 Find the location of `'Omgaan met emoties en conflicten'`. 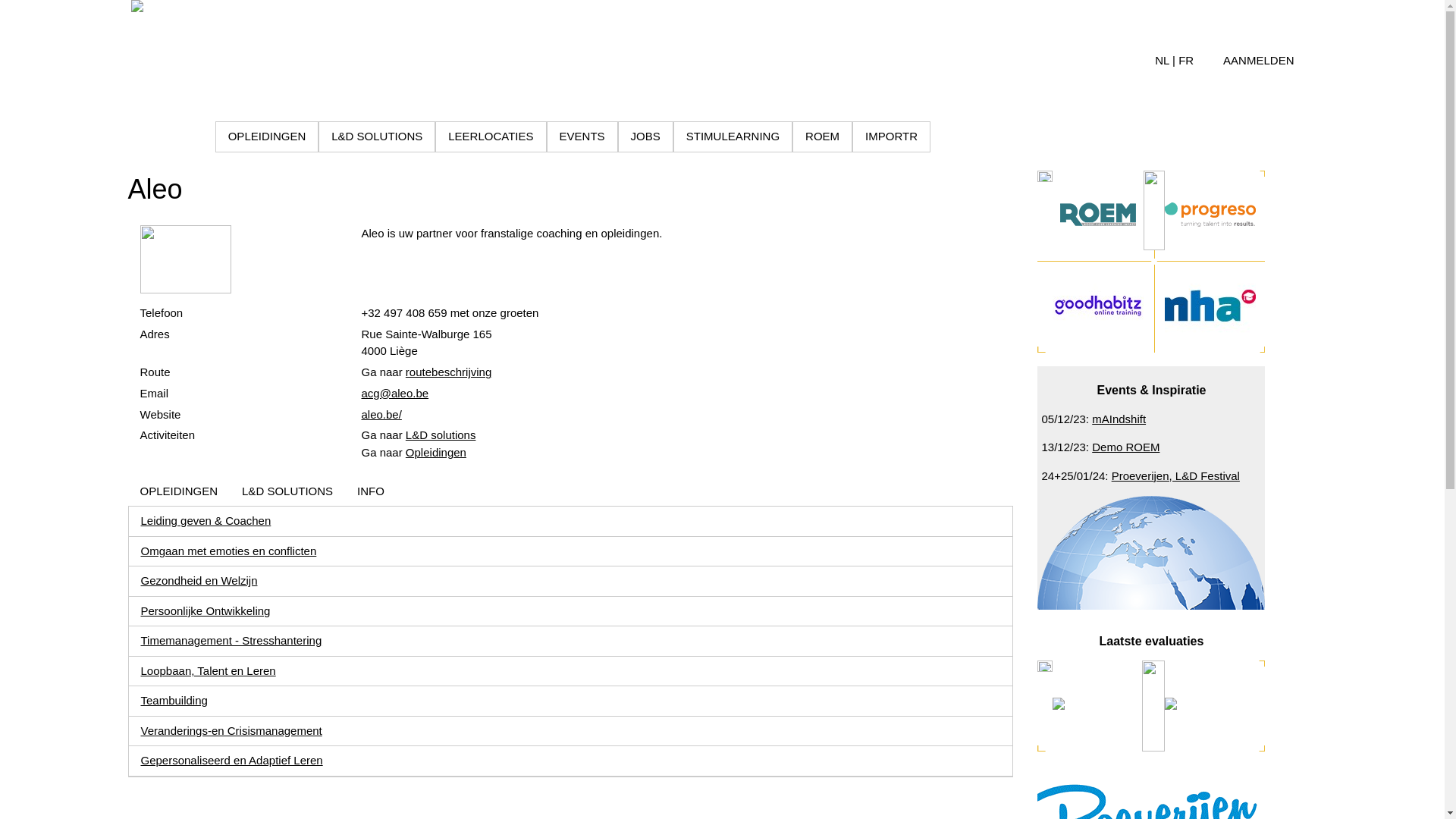

'Omgaan met emoties en conflicten' is located at coordinates (228, 551).